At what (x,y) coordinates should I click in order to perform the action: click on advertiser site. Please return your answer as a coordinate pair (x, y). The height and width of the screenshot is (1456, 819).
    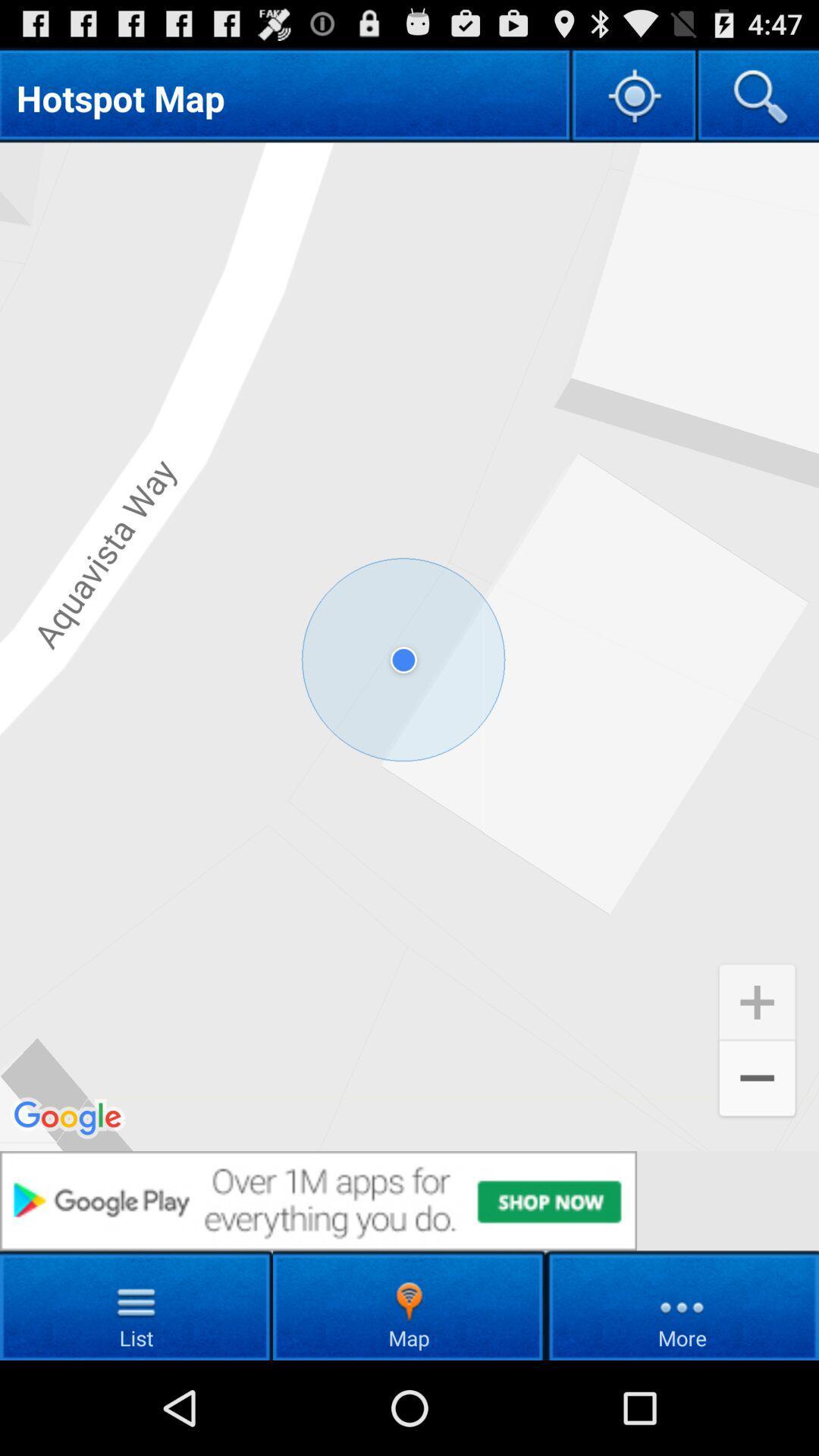
    Looking at the image, I should click on (409, 1200).